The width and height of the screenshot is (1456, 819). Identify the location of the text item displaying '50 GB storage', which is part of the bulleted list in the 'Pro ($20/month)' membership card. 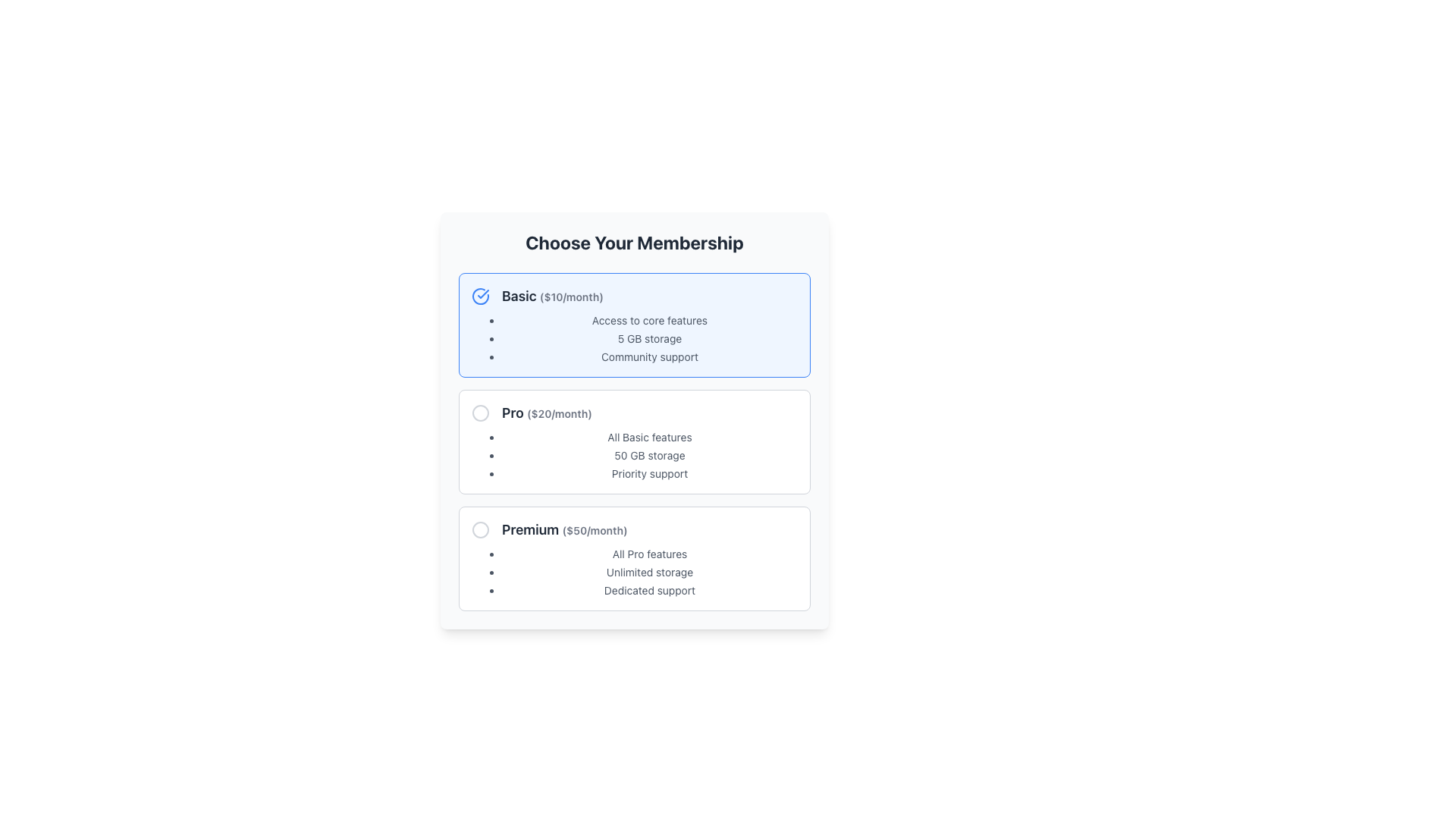
(650, 455).